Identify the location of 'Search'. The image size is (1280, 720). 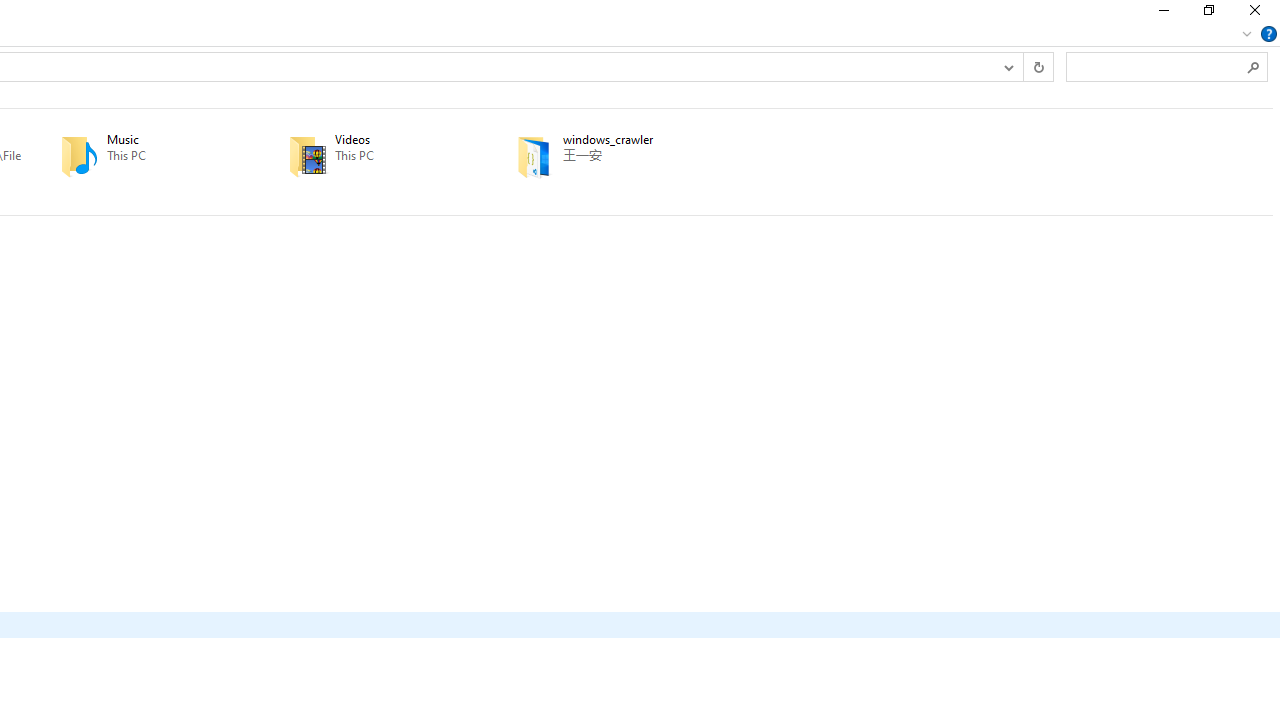
(1252, 65).